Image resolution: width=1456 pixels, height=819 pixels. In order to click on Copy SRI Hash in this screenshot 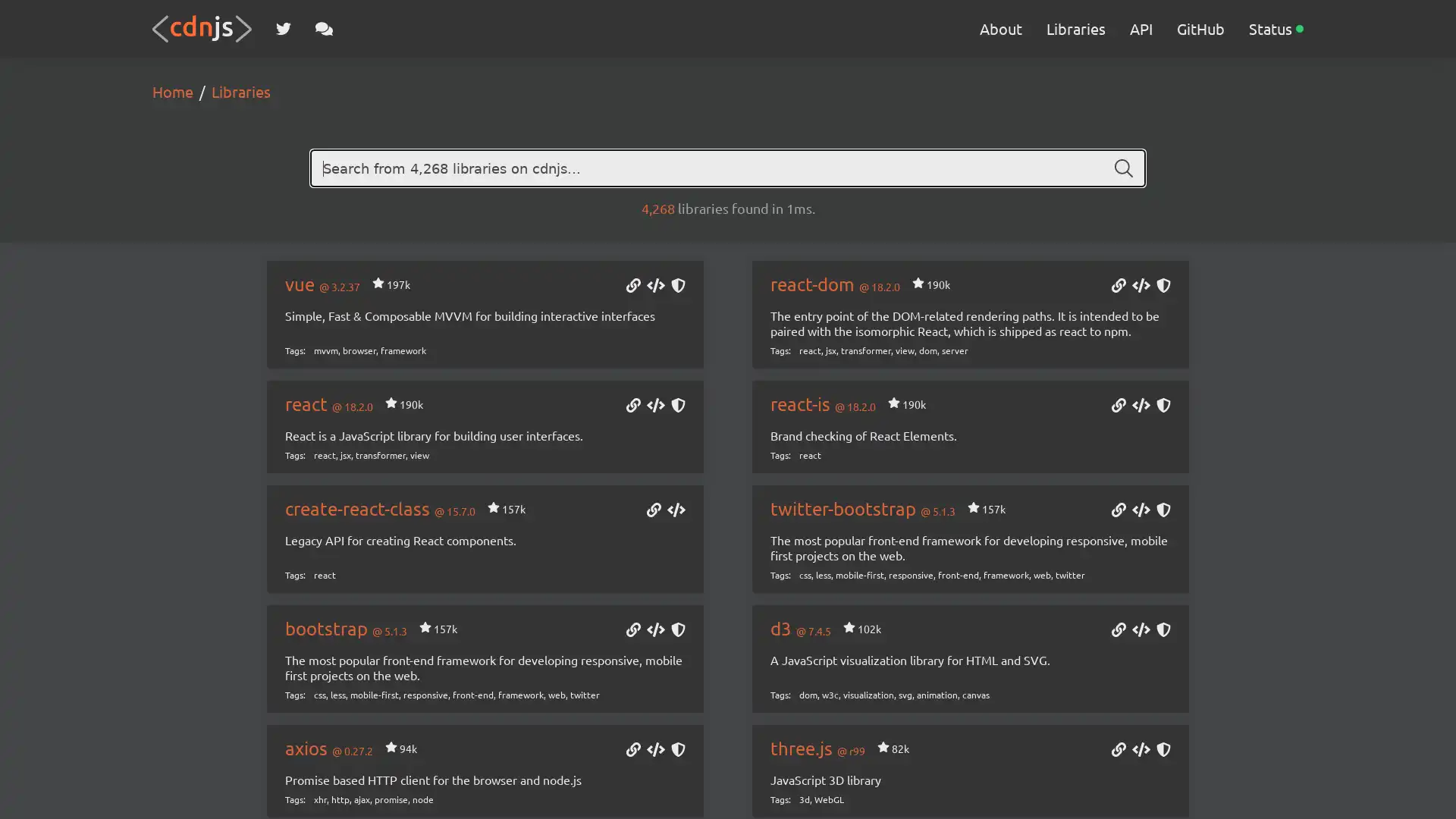, I will do `click(676, 751)`.